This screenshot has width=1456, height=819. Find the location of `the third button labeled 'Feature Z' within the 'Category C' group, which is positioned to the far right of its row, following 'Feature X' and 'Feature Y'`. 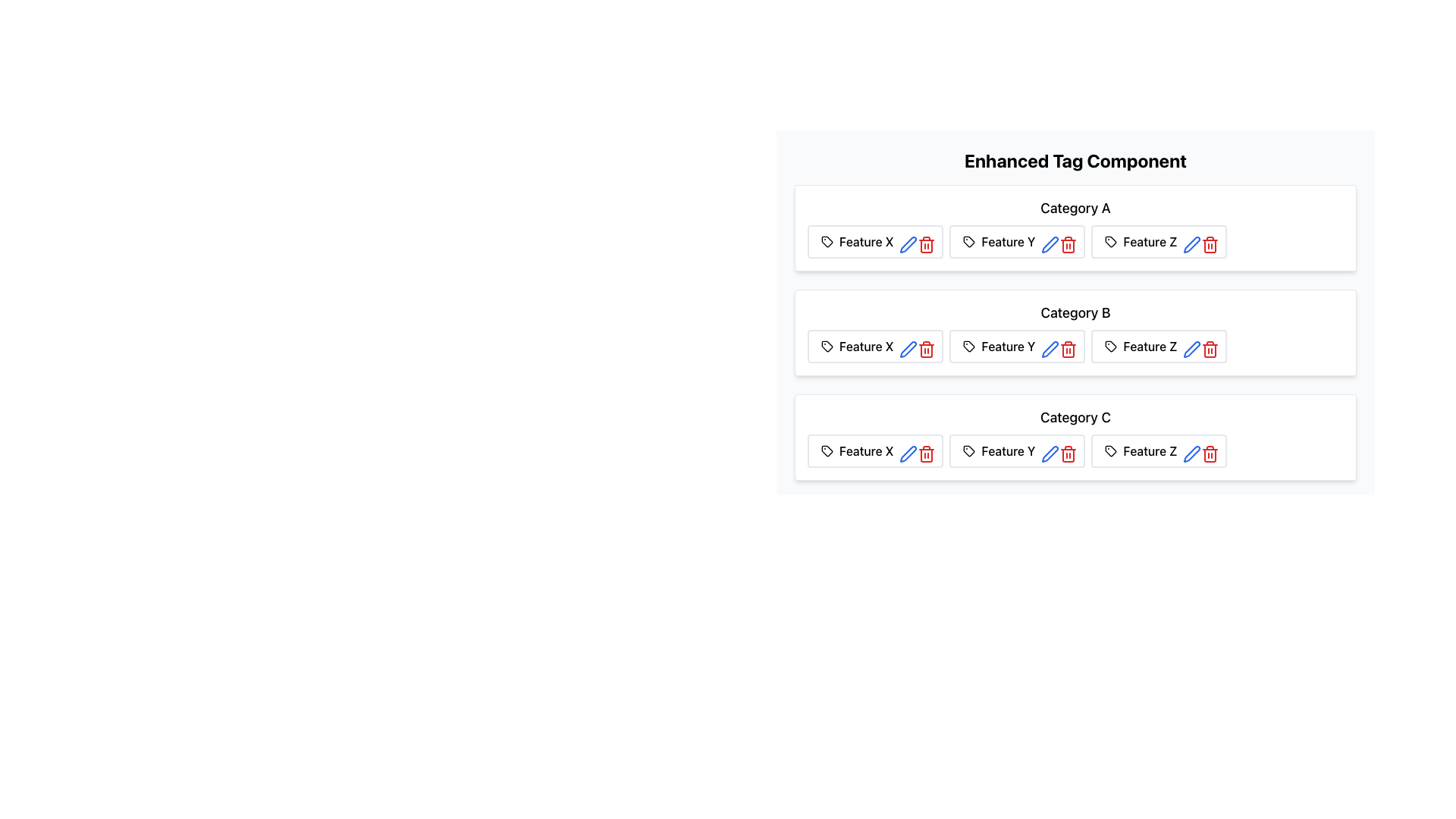

the third button labeled 'Feature Z' within the 'Category C' group, which is positioned to the far right of its row, following 'Feature X' and 'Feature Y' is located at coordinates (1158, 450).